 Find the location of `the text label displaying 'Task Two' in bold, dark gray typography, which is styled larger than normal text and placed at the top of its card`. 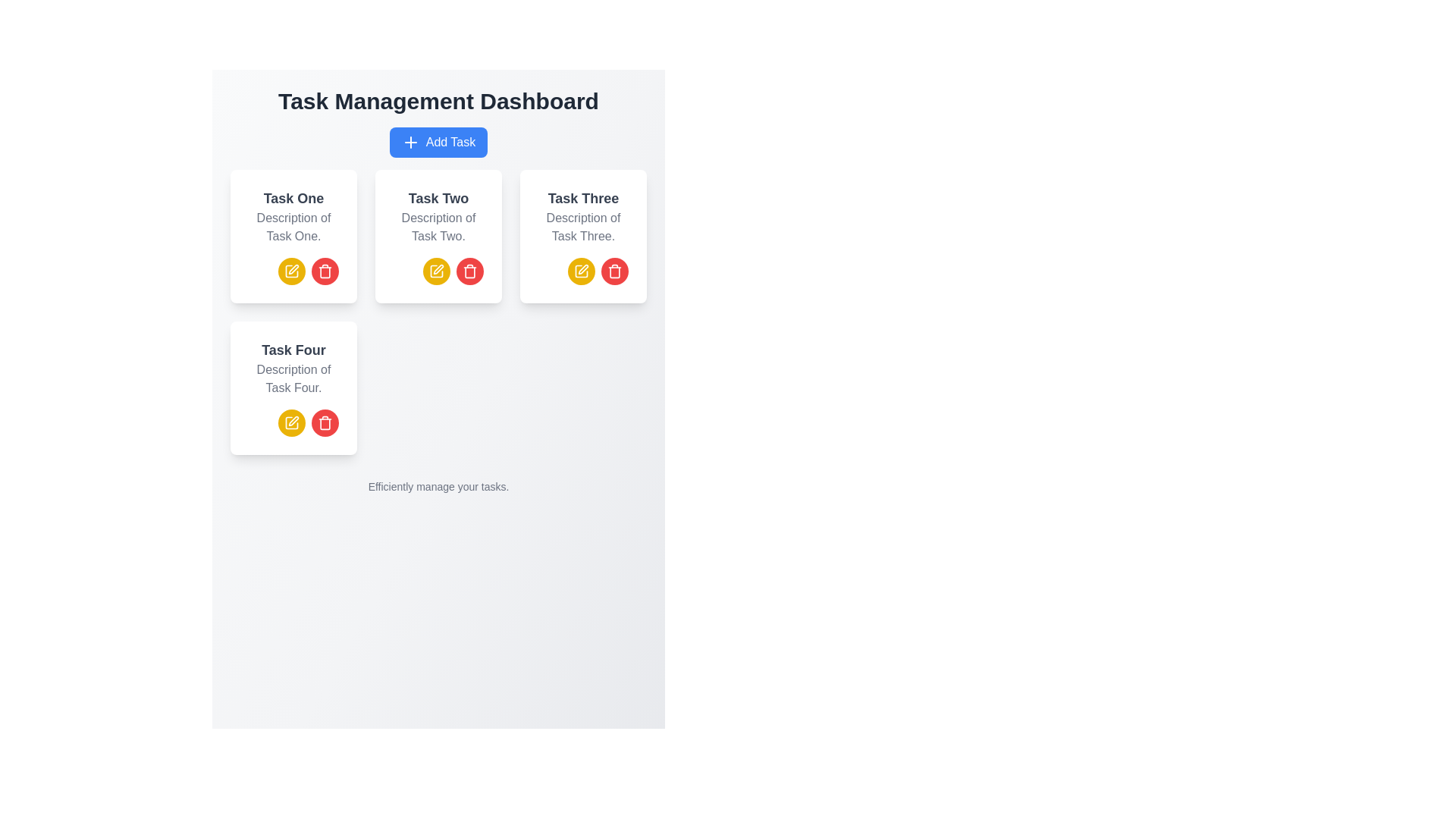

the text label displaying 'Task Two' in bold, dark gray typography, which is styled larger than normal text and placed at the top of its card is located at coordinates (438, 198).